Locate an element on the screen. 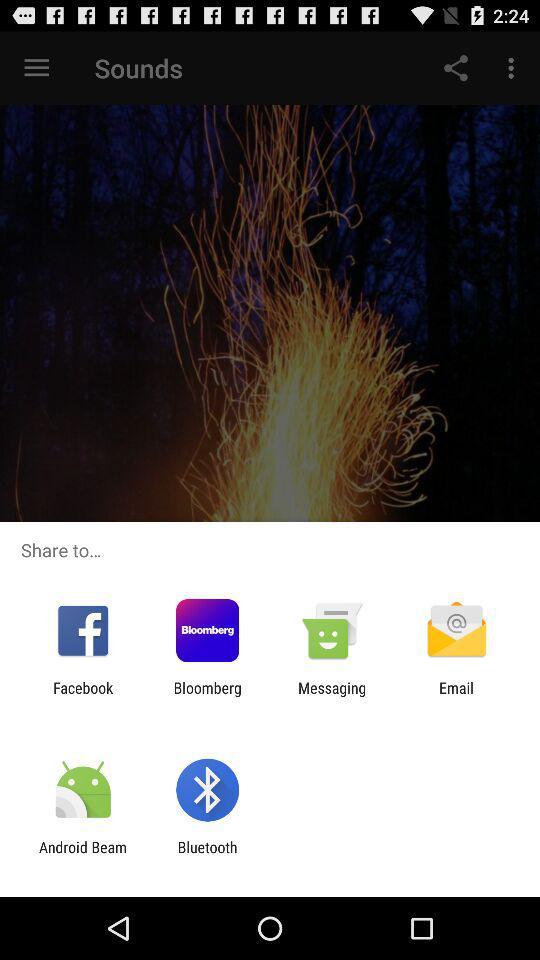 The width and height of the screenshot is (540, 960). the messaging item is located at coordinates (332, 696).